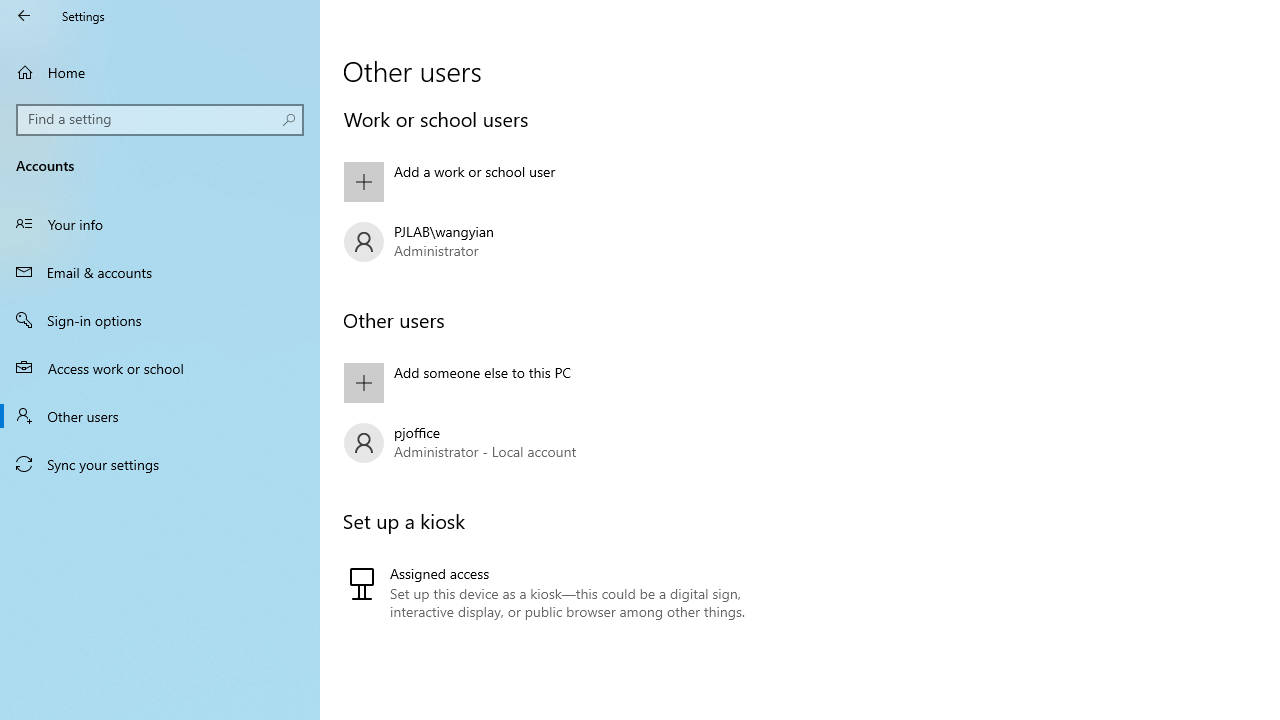 This screenshot has width=1280, height=720. I want to click on 'Sign-in options', so click(160, 319).